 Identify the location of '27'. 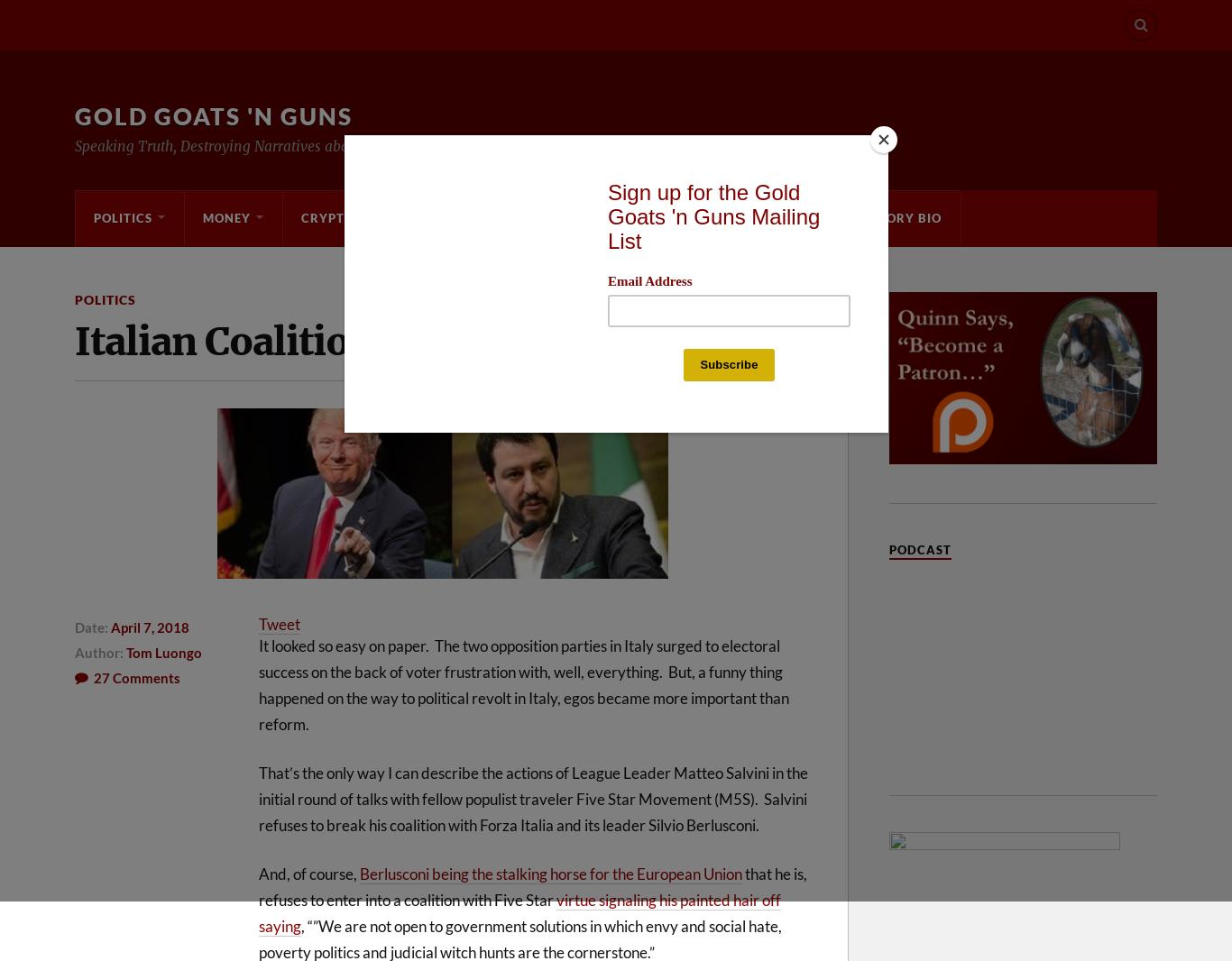
(101, 675).